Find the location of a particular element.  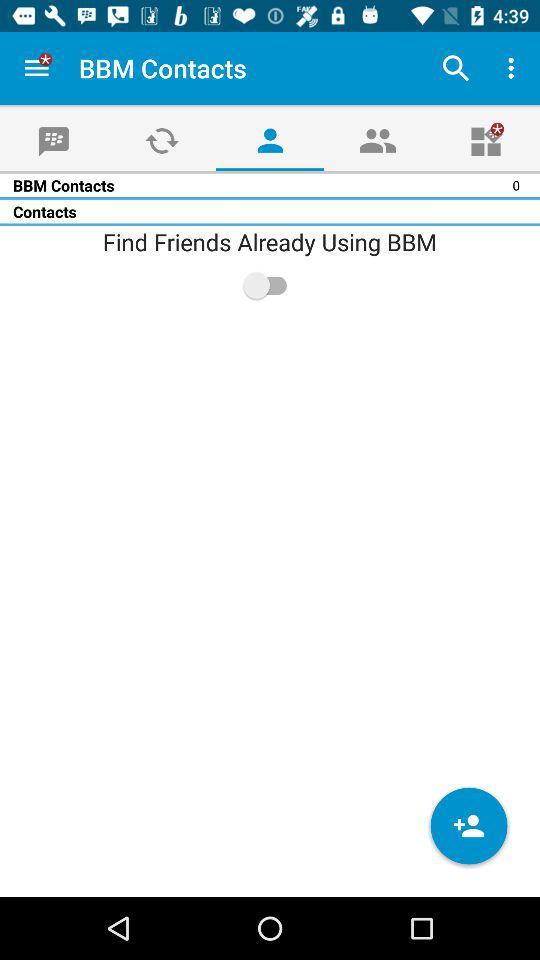

the group icon is located at coordinates (378, 139).